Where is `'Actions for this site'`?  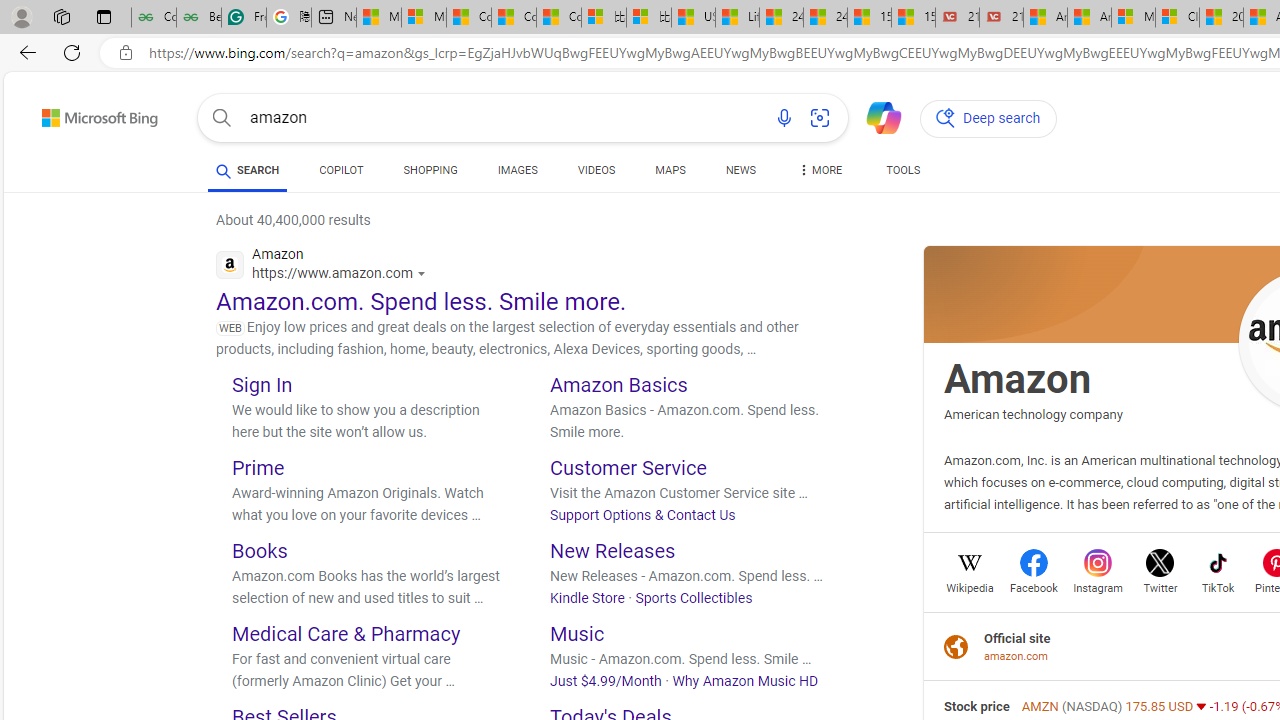
'Actions for this site' is located at coordinates (423, 273).